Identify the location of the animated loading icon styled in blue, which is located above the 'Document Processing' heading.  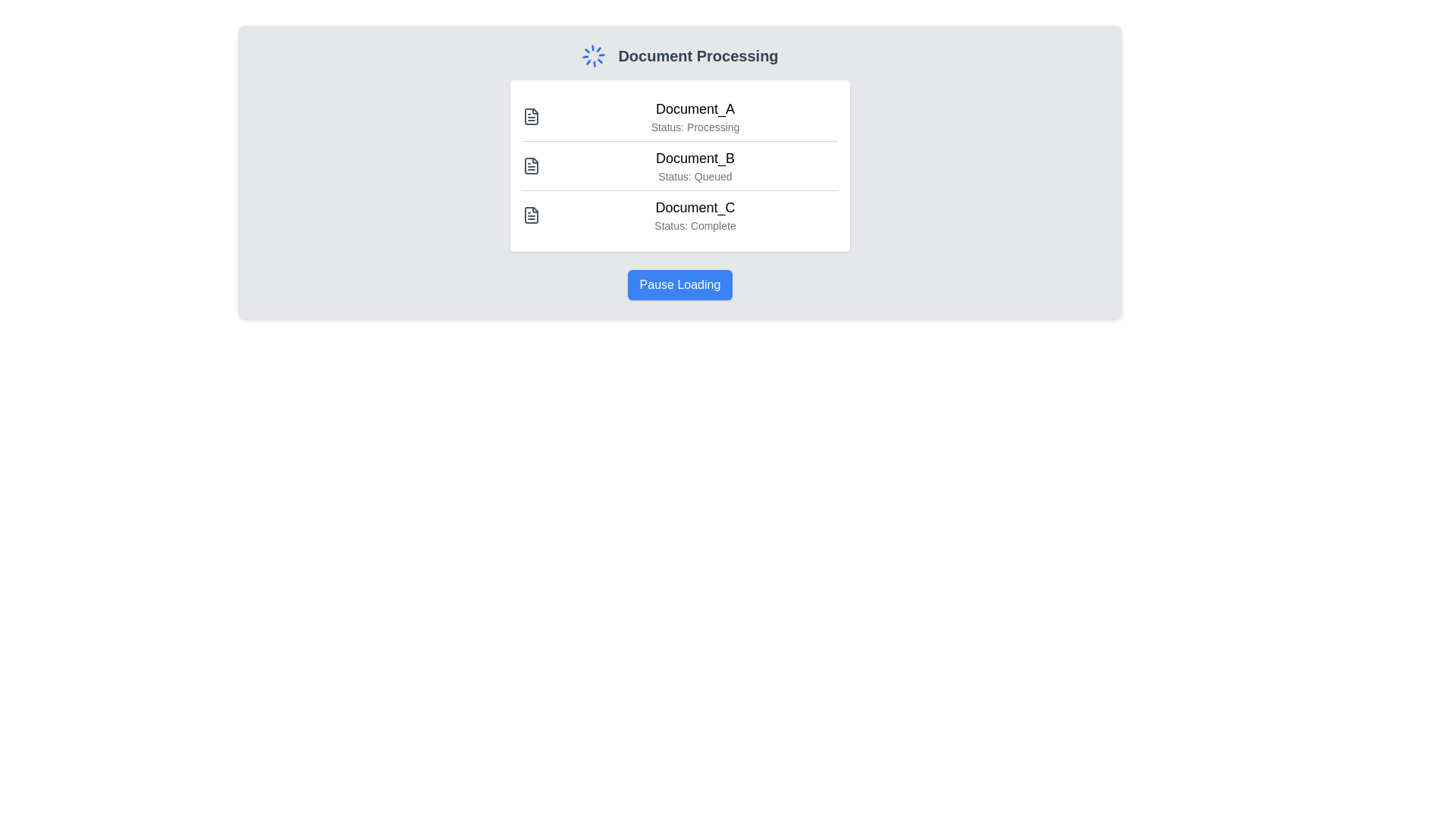
(593, 55).